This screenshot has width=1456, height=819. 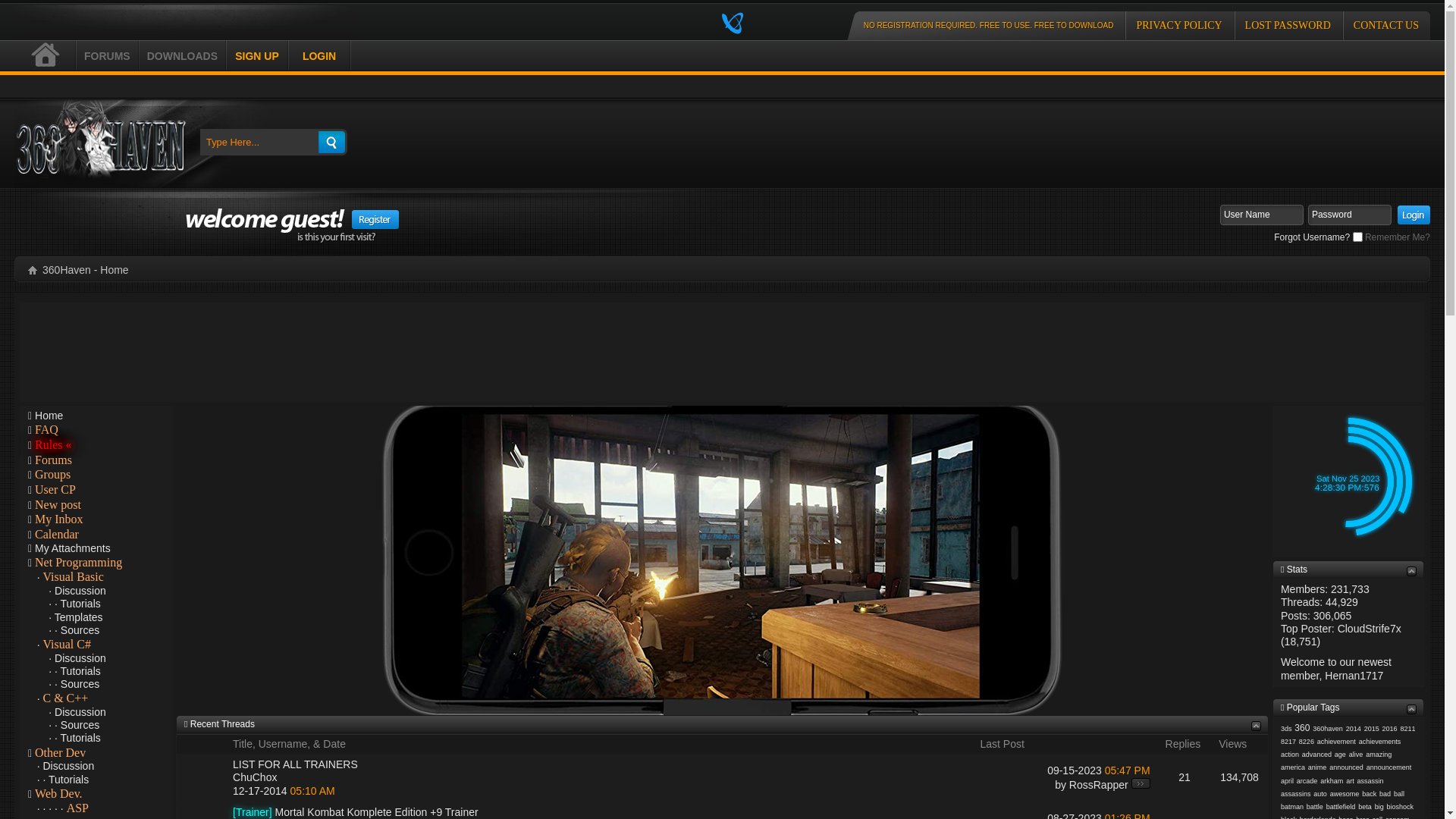 I want to click on 'Mortal Kombat Komplete Edition +9 Trainer', so click(x=275, y=811).